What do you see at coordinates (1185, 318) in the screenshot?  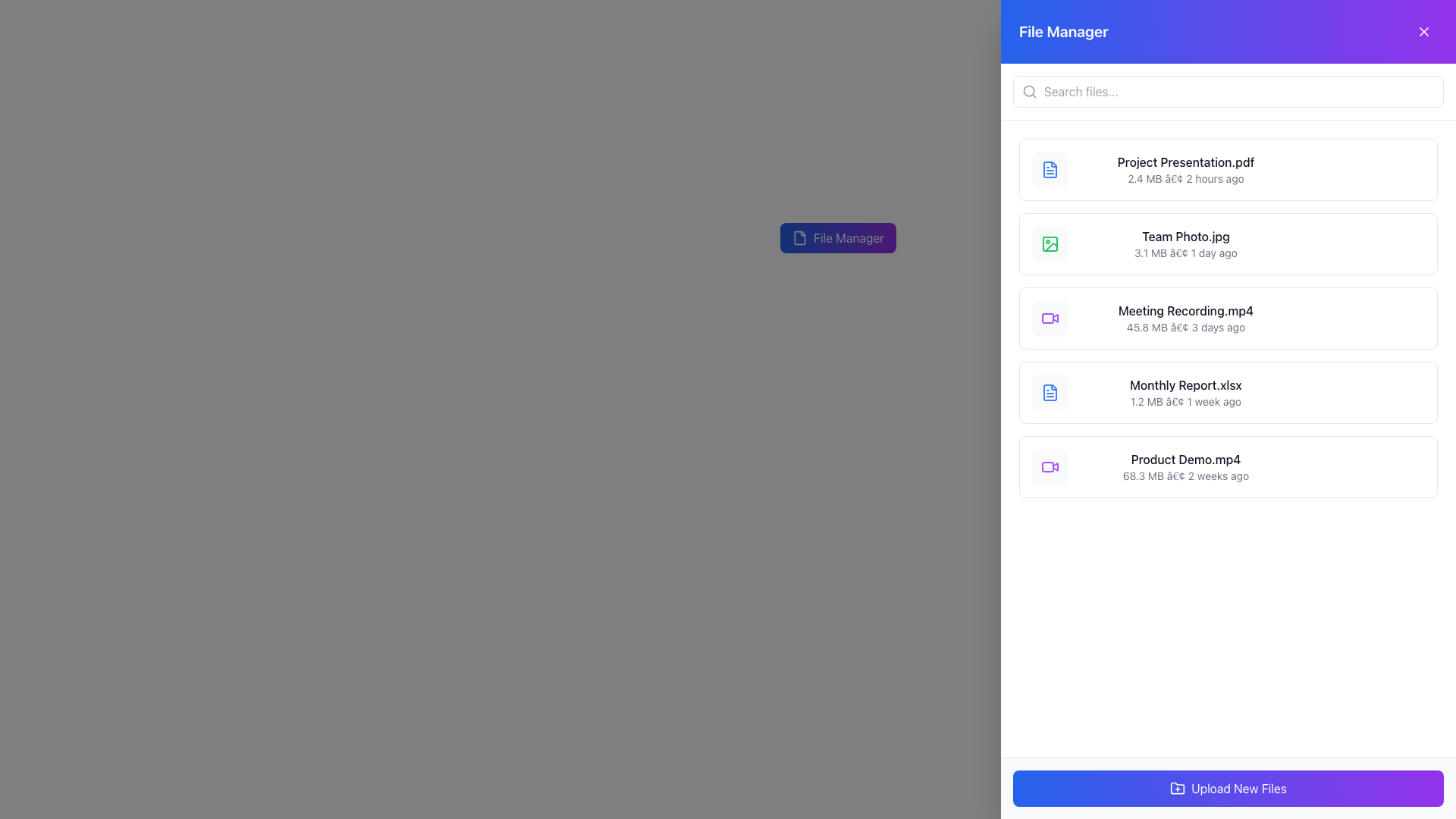 I see `the third file entry in the file manager application` at bounding box center [1185, 318].